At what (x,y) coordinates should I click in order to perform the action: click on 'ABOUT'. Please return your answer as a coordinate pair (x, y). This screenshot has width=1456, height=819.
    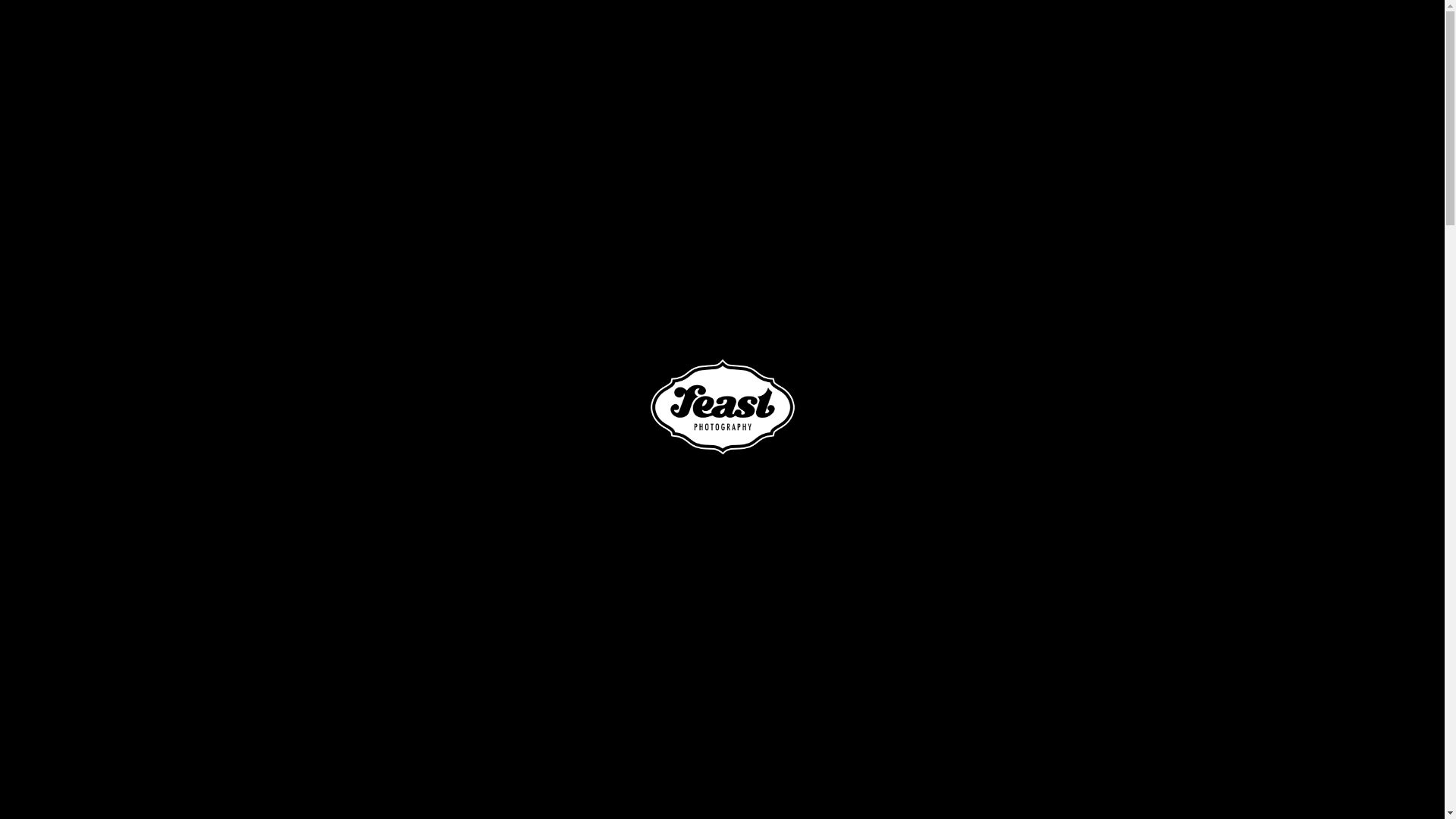
    Looking at the image, I should click on (945, 37).